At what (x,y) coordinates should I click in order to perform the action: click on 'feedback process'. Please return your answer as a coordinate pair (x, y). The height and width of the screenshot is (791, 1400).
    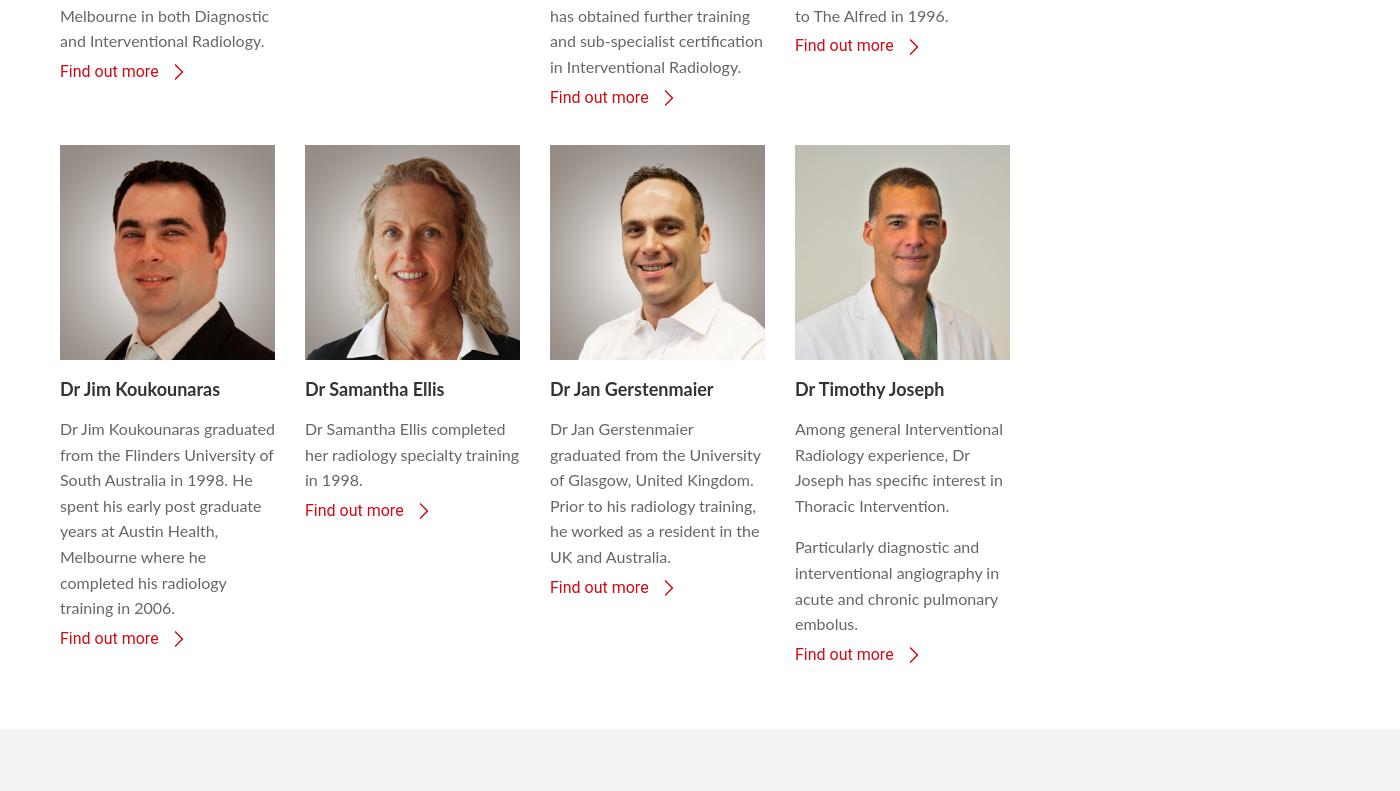
    Looking at the image, I should click on (848, 475).